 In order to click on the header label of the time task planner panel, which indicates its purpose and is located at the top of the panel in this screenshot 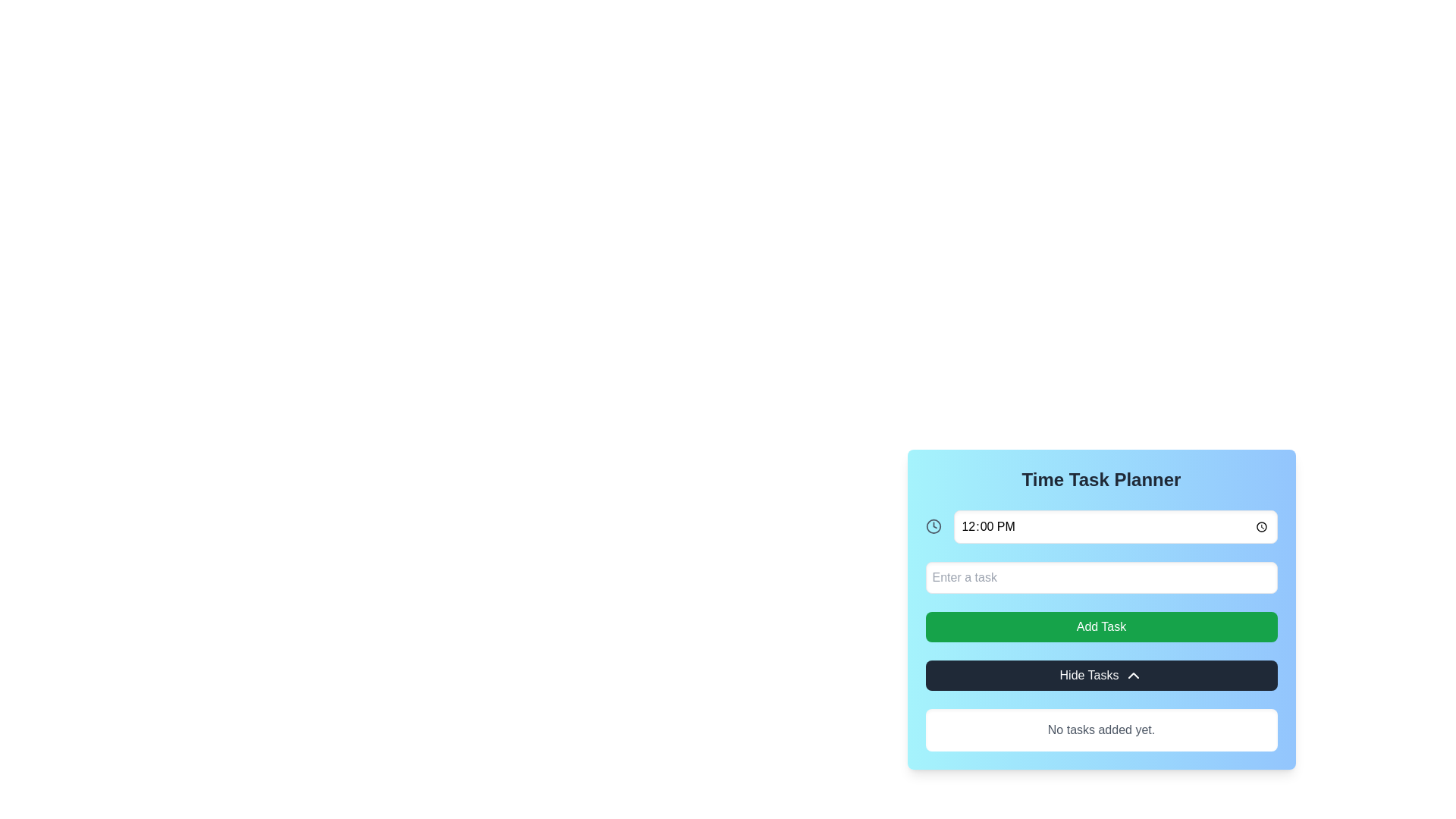, I will do `click(1101, 479)`.